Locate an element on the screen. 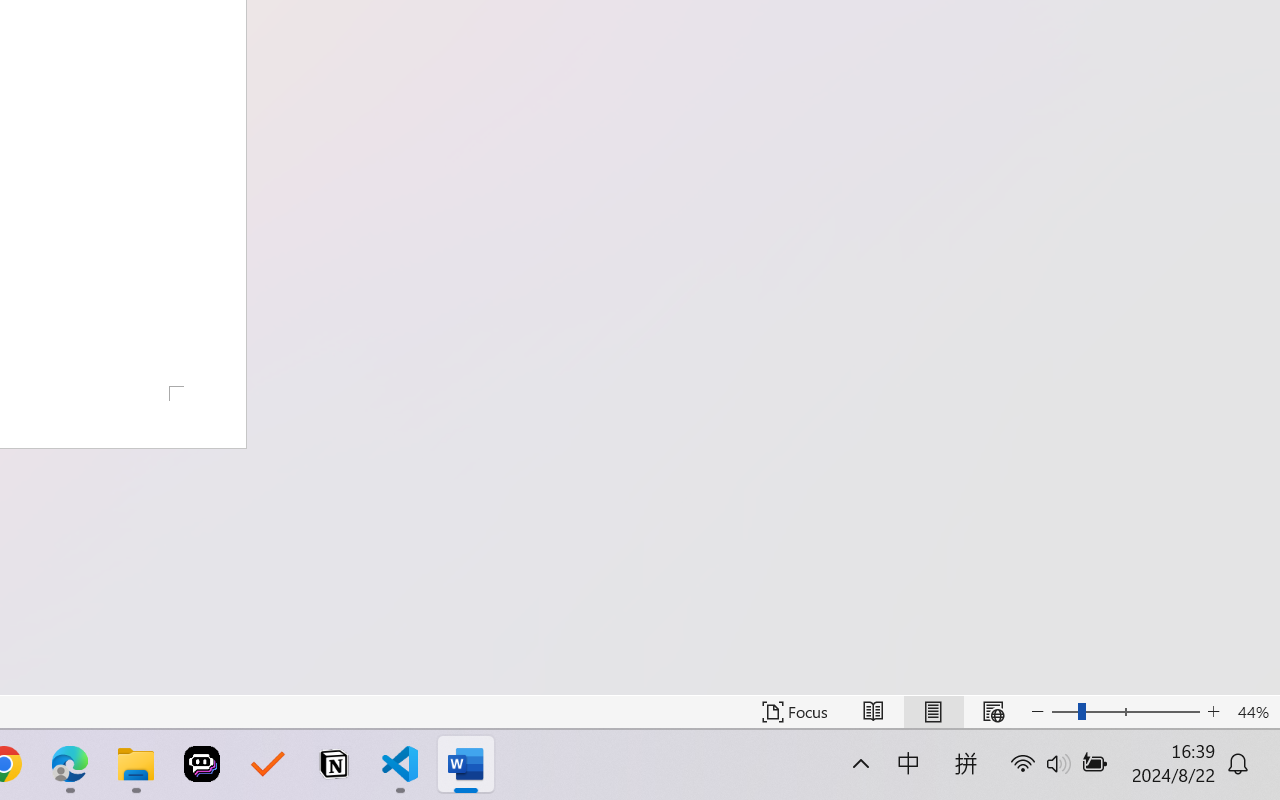  'Zoom 44%' is located at coordinates (1252, 711).